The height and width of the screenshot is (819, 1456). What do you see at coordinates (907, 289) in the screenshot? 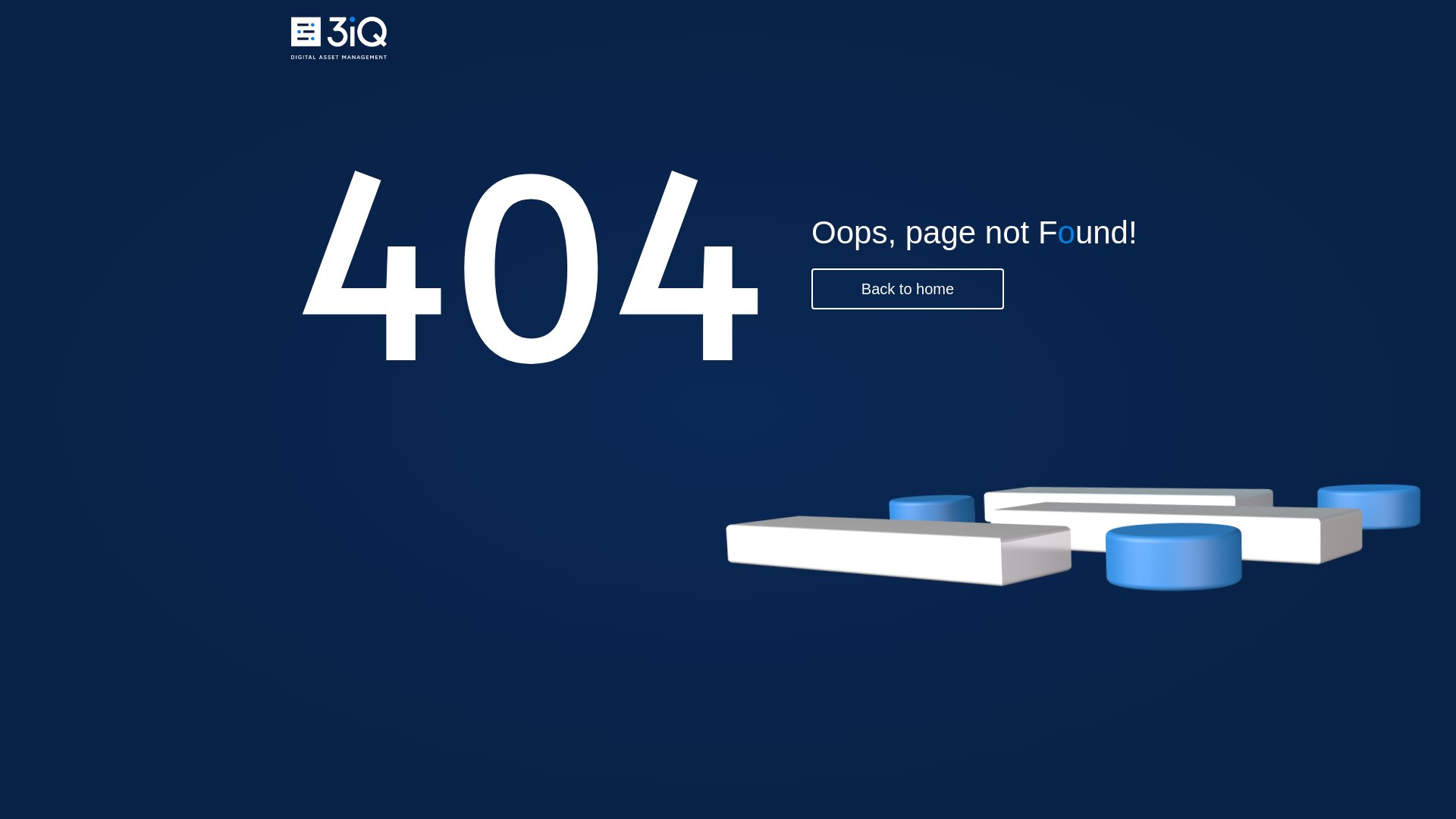
I see `'Back to home'` at bounding box center [907, 289].